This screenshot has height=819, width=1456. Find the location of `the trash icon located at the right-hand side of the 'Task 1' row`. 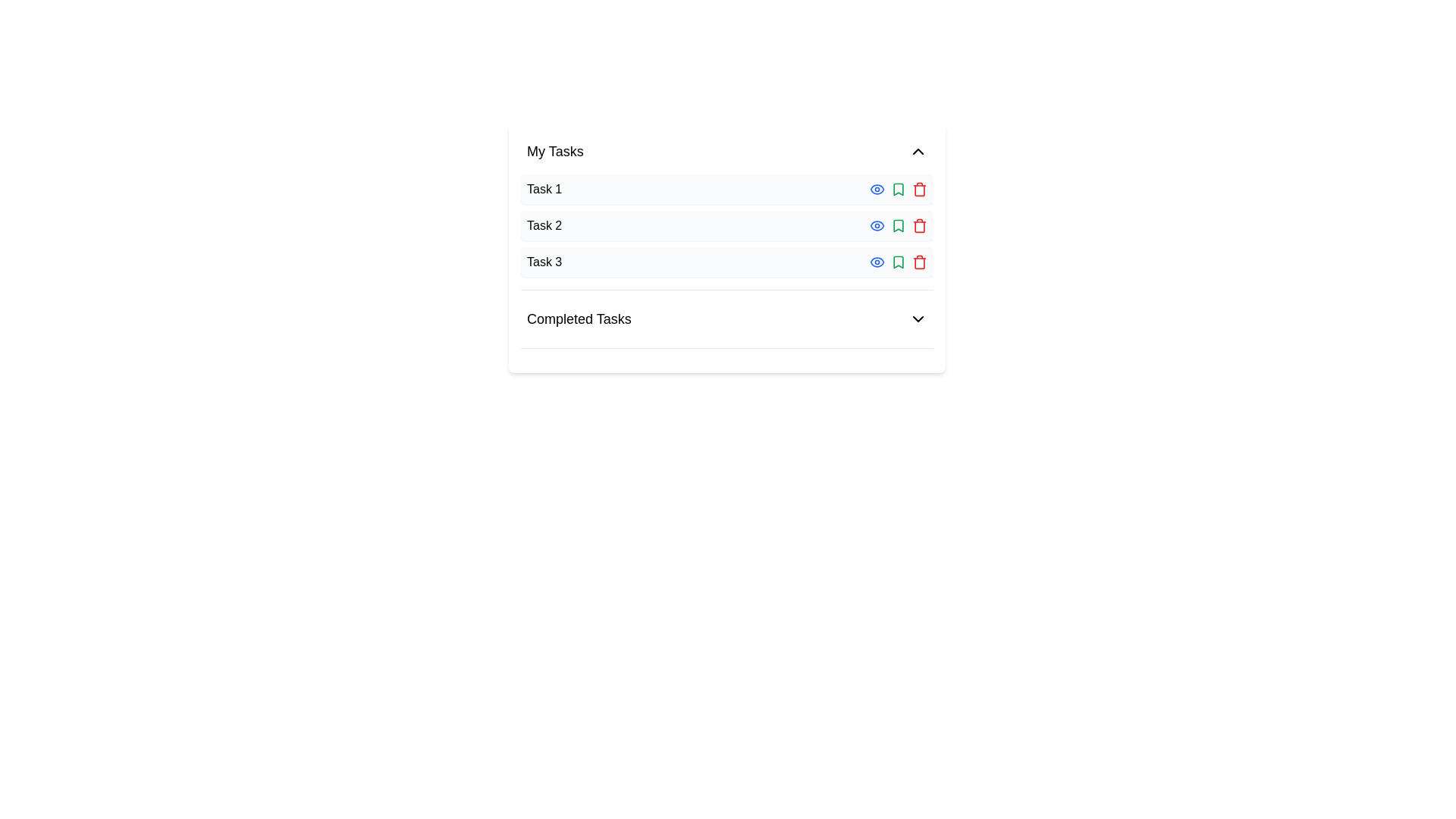

the trash icon located at the right-hand side of the 'Task 1' row is located at coordinates (919, 189).